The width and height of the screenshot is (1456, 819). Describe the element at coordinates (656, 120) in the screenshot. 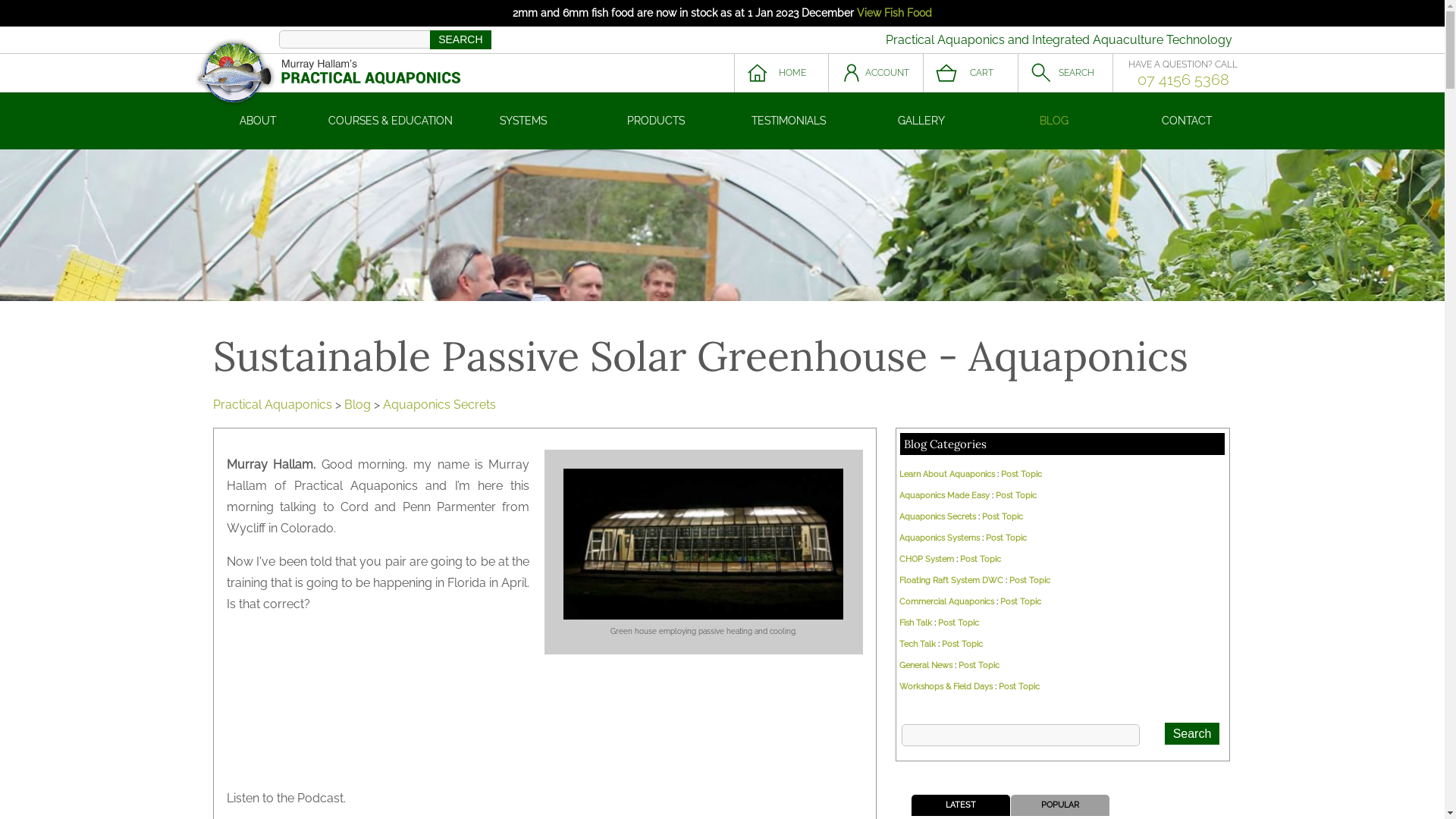

I see `'PRODUCTS'` at that location.